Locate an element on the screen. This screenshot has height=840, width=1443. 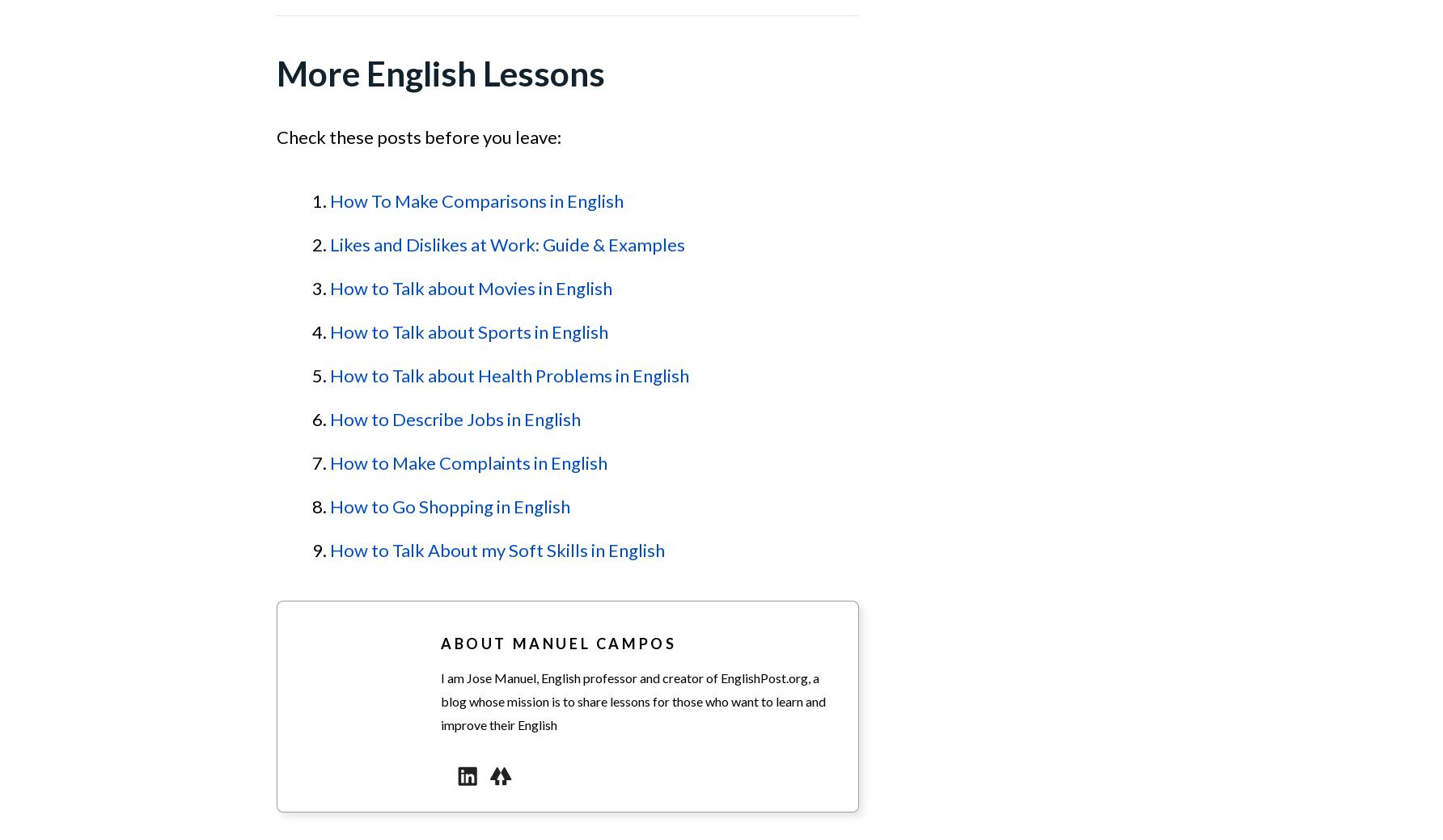
'Likes and Dislikes at Work: Guide & Examples' is located at coordinates (506, 244).